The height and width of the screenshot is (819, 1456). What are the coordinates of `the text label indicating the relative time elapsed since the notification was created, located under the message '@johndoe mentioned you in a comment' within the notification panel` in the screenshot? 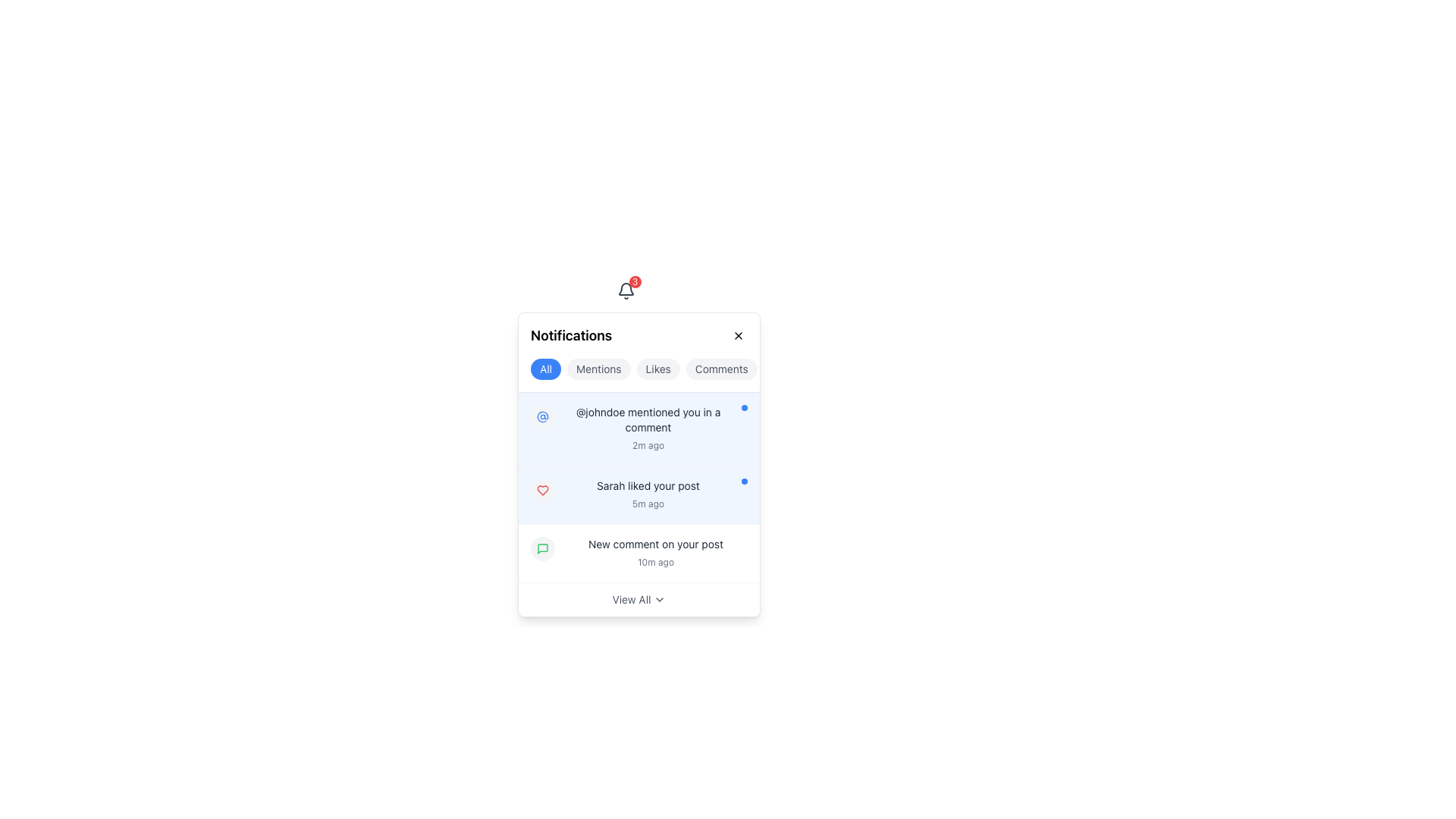 It's located at (648, 444).